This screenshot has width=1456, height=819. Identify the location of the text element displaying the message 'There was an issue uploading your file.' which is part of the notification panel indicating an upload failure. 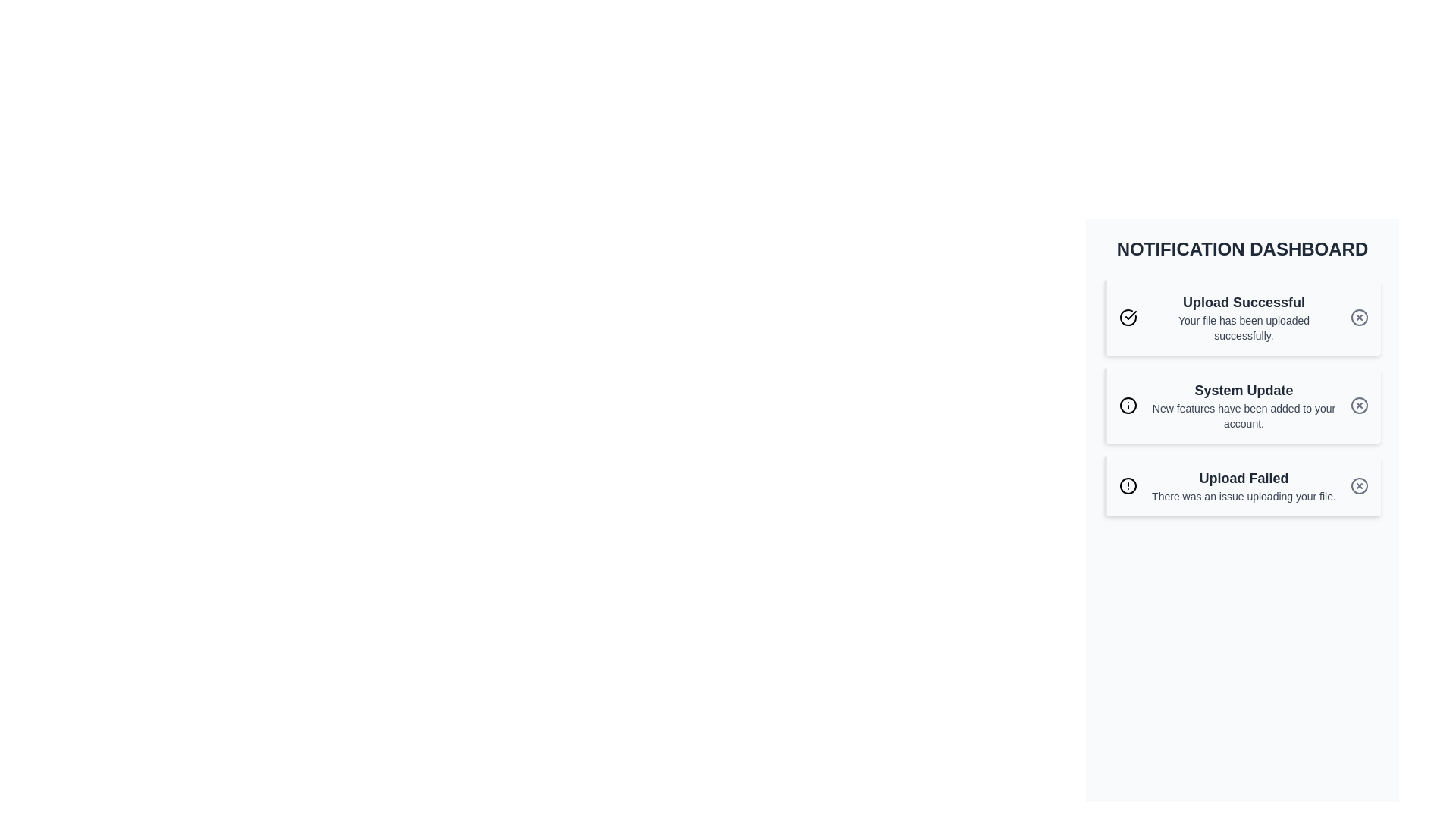
(1244, 497).